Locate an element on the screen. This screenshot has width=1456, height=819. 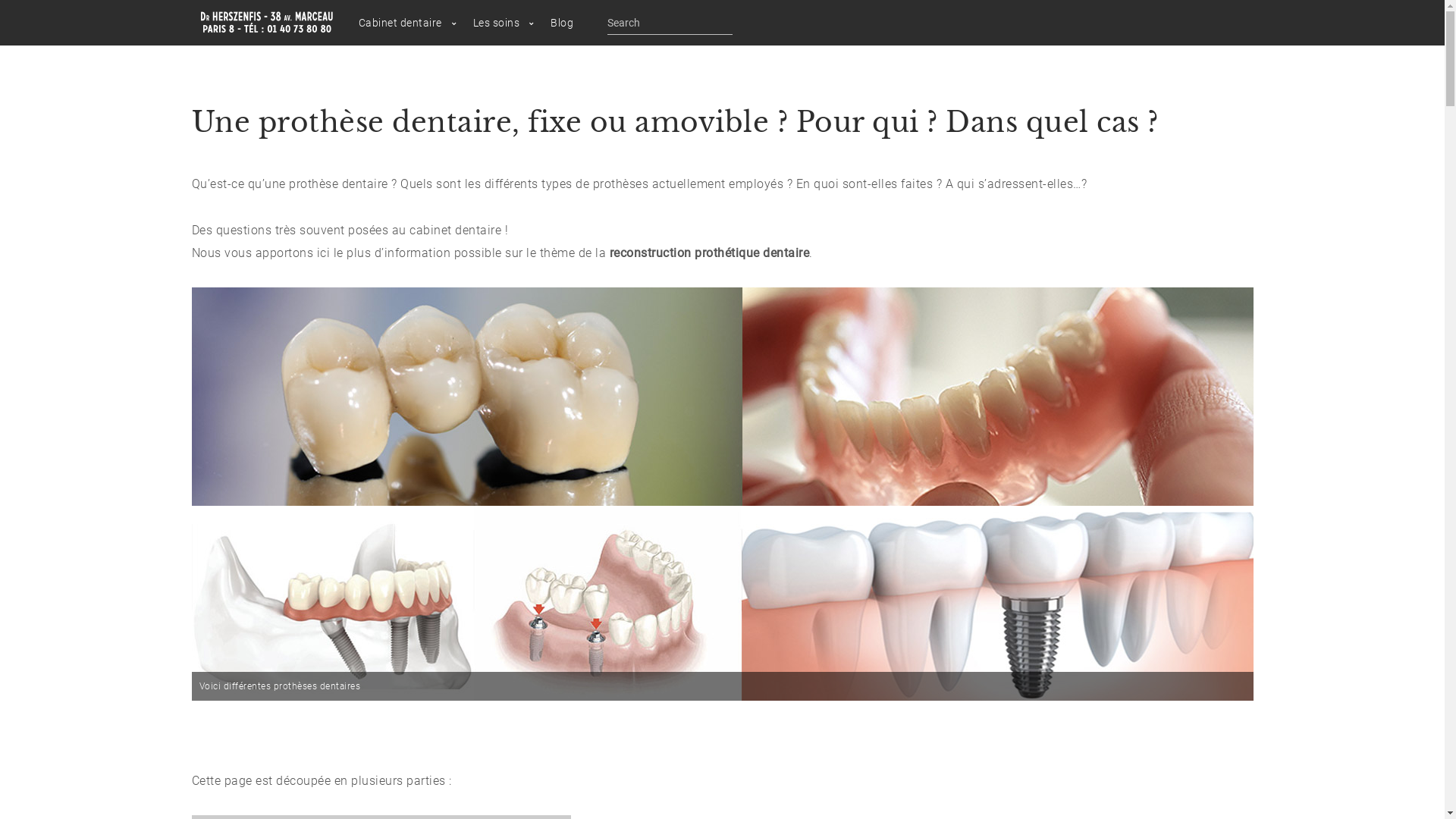
'Les soins' is located at coordinates (496, 23).